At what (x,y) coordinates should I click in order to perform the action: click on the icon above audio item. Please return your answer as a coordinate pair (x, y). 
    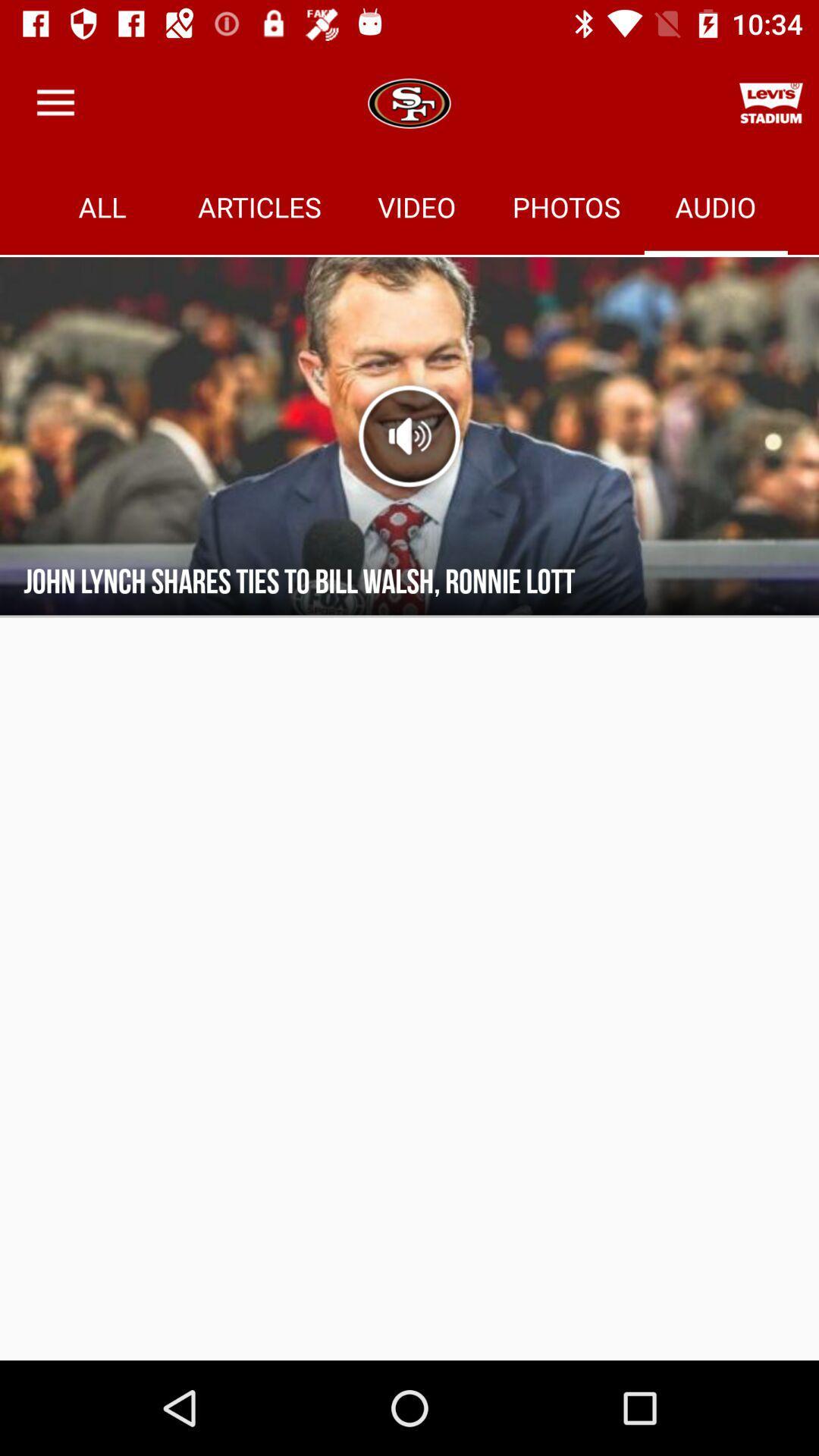
    Looking at the image, I should click on (771, 102).